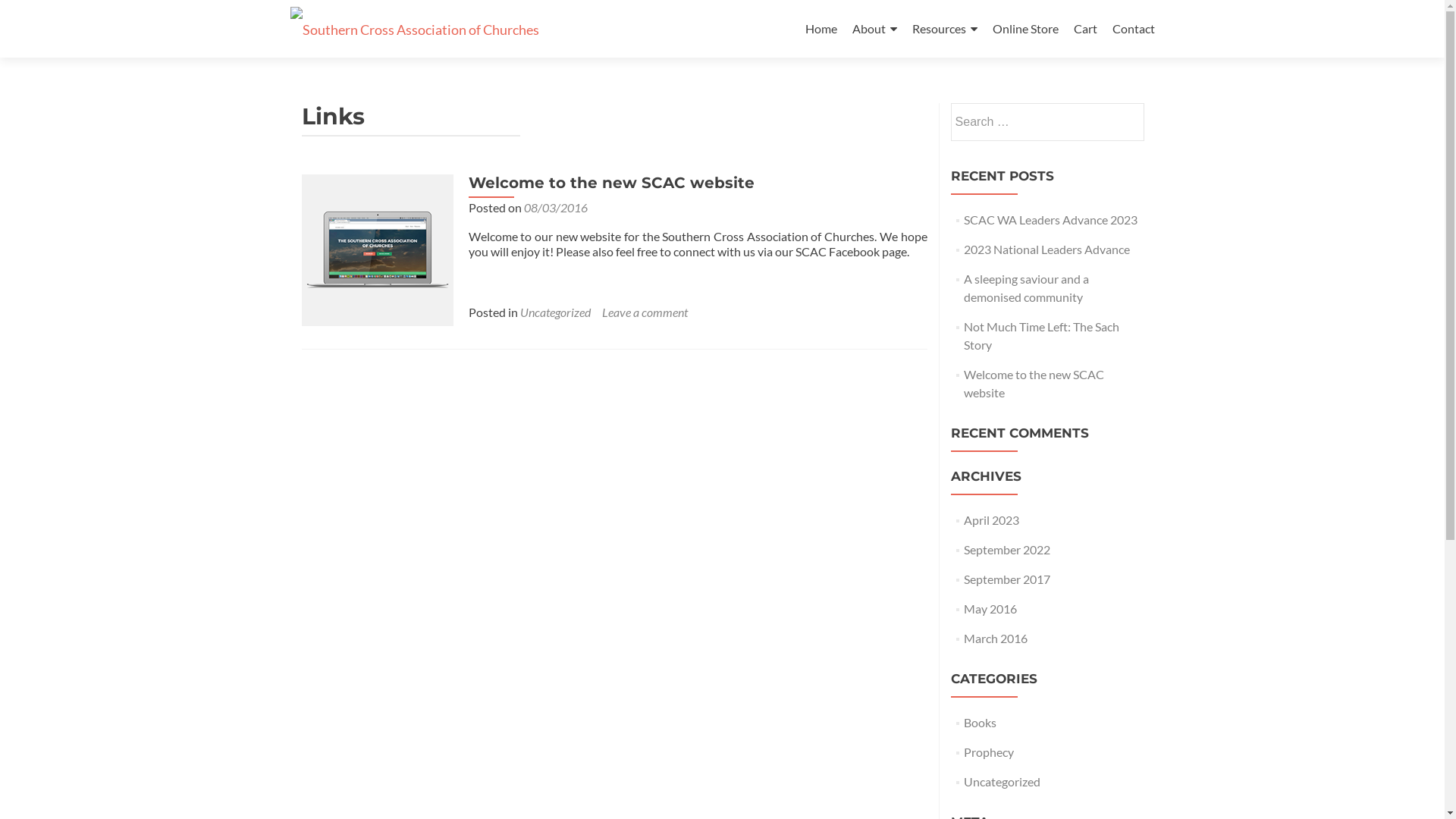 The height and width of the screenshot is (819, 1456). What do you see at coordinates (804, 28) in the screenshot?
I see `'Home'` at bounding box center [804, 28].